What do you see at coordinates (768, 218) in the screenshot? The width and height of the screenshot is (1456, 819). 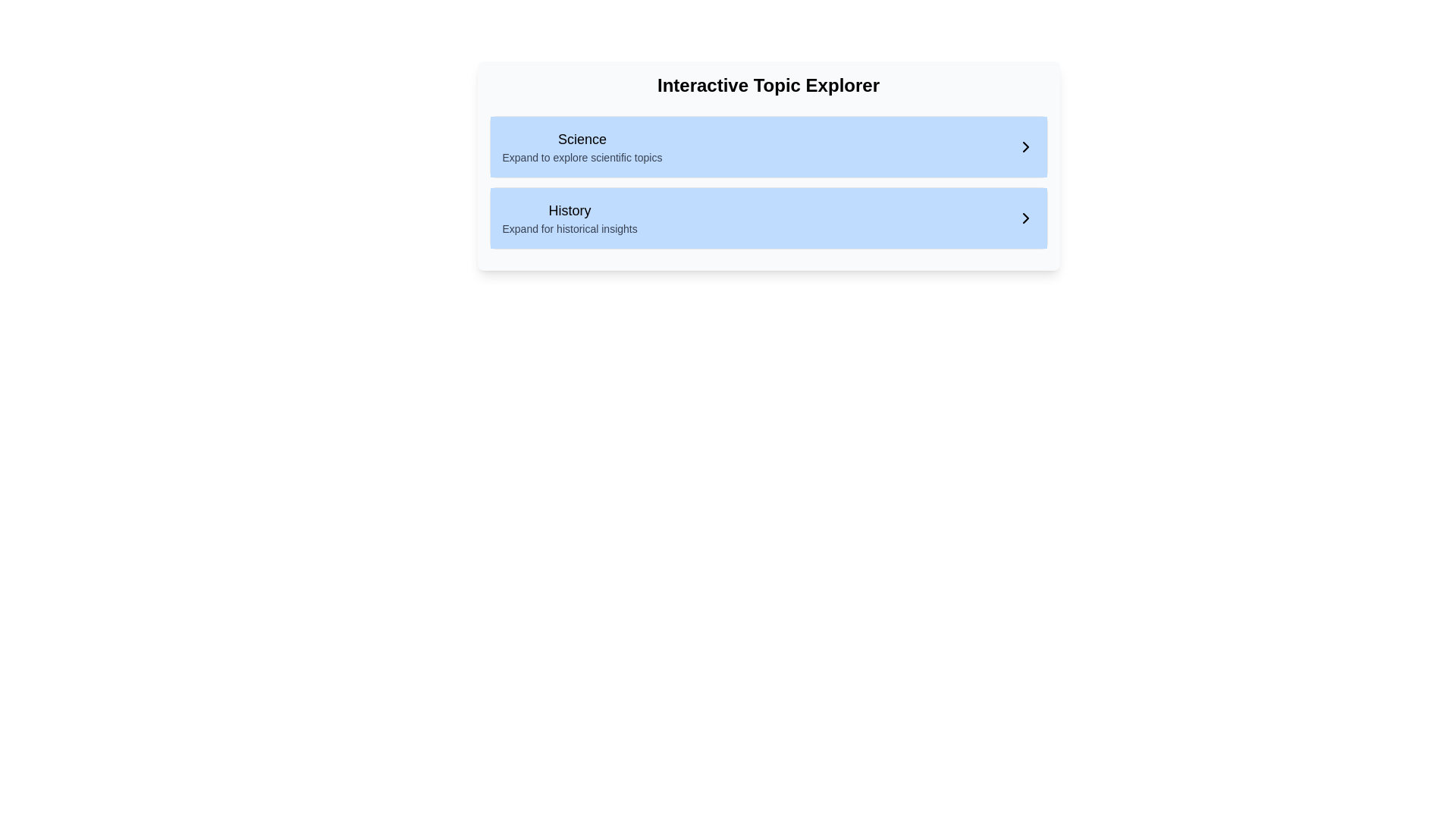 I see `the button positioned below the 'Science' section` at bounding box center [768, 218].